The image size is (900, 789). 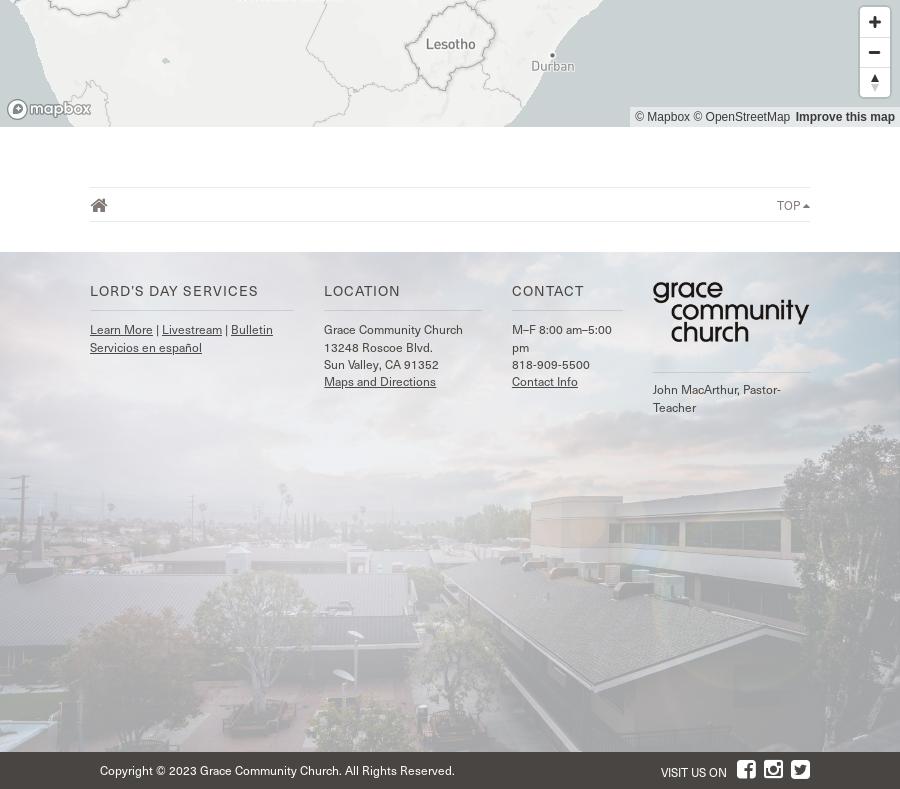 What do you see at coordinates (559, 336) in the screenshot?
I see `'M–F 8:00 am–5:00 pm'` at bounding box center [559, 336].